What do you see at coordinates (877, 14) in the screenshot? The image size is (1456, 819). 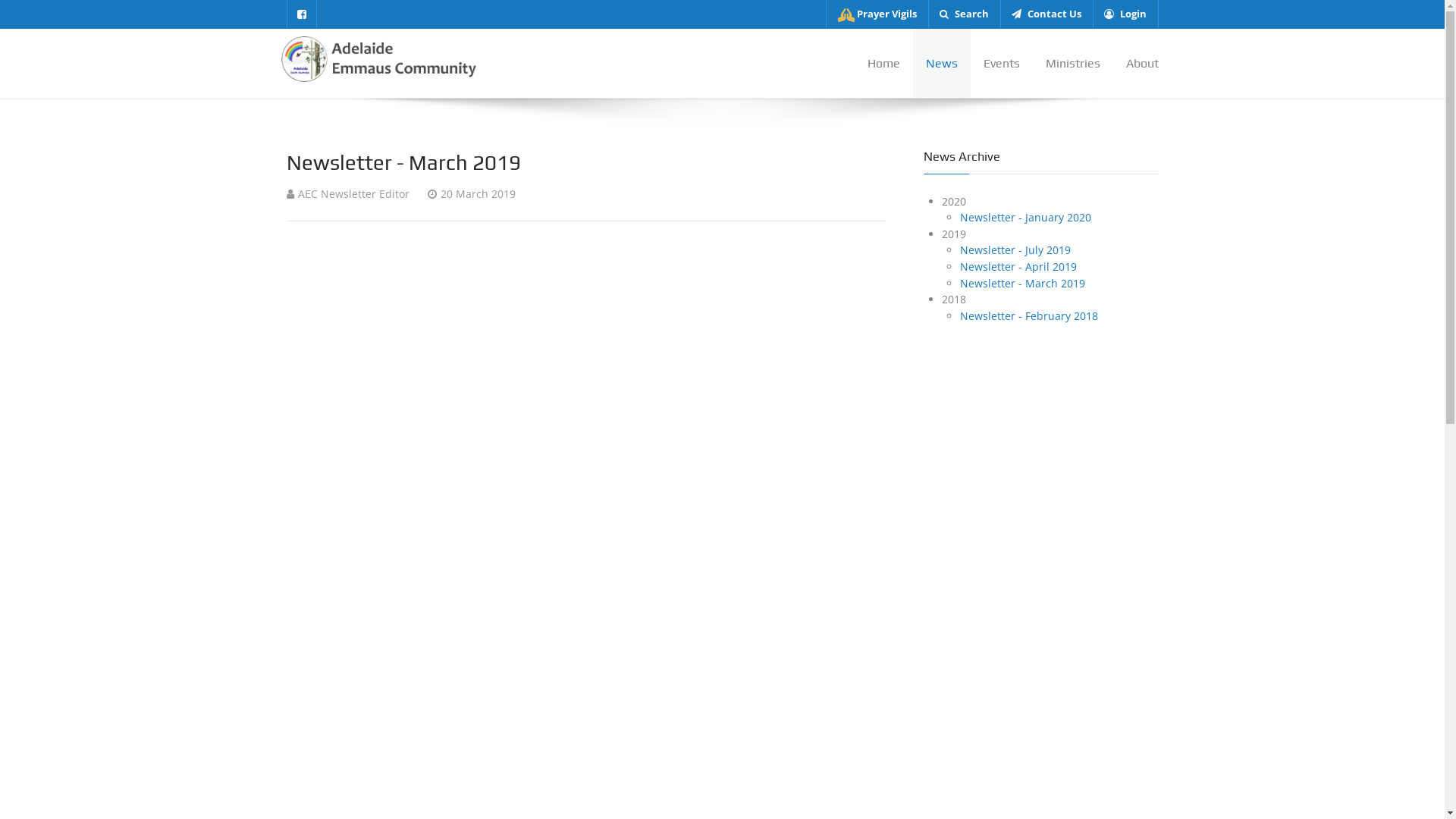 I see `'Prayer Vigils'` at bounding box center [877, 14].